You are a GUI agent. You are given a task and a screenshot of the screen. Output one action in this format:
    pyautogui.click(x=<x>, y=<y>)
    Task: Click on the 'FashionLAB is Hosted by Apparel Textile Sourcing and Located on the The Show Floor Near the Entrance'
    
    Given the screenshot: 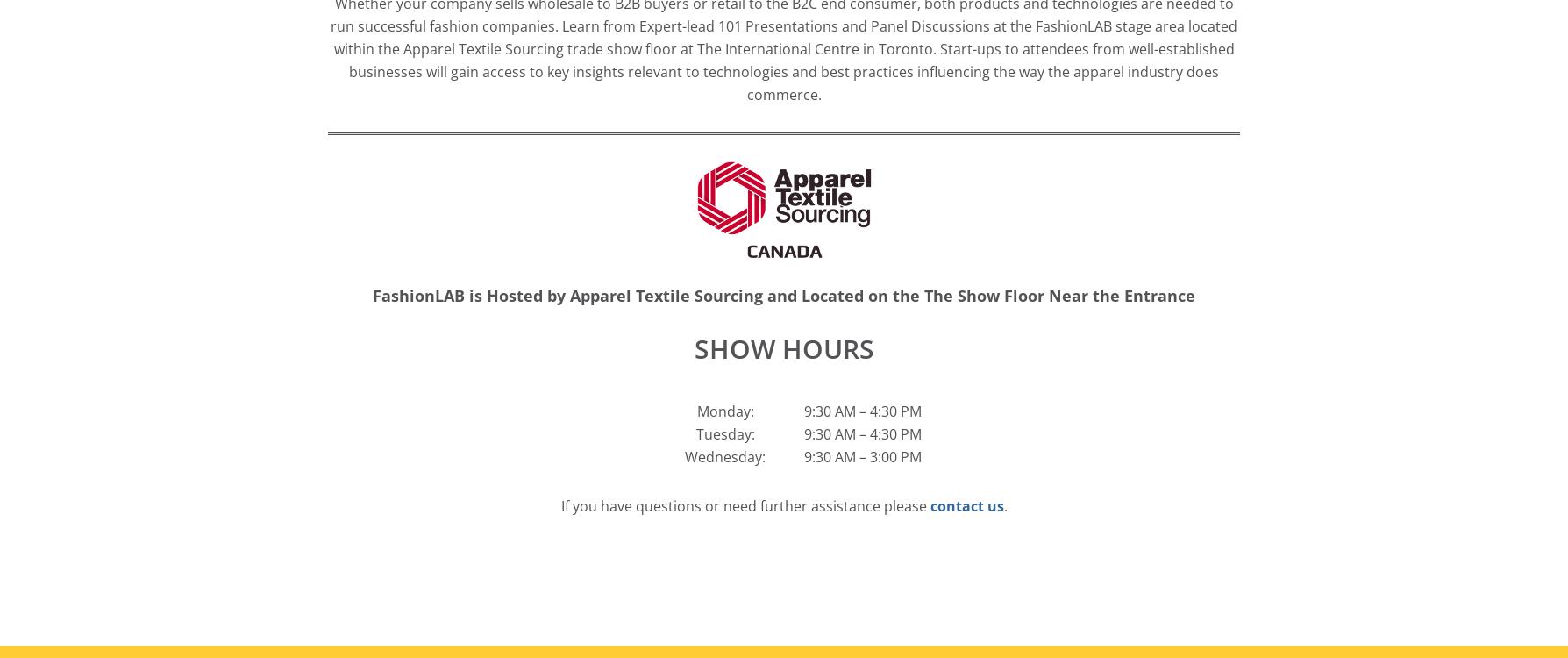 What is the action you would take?
    pyautogui.click(x=784, y=294)
    